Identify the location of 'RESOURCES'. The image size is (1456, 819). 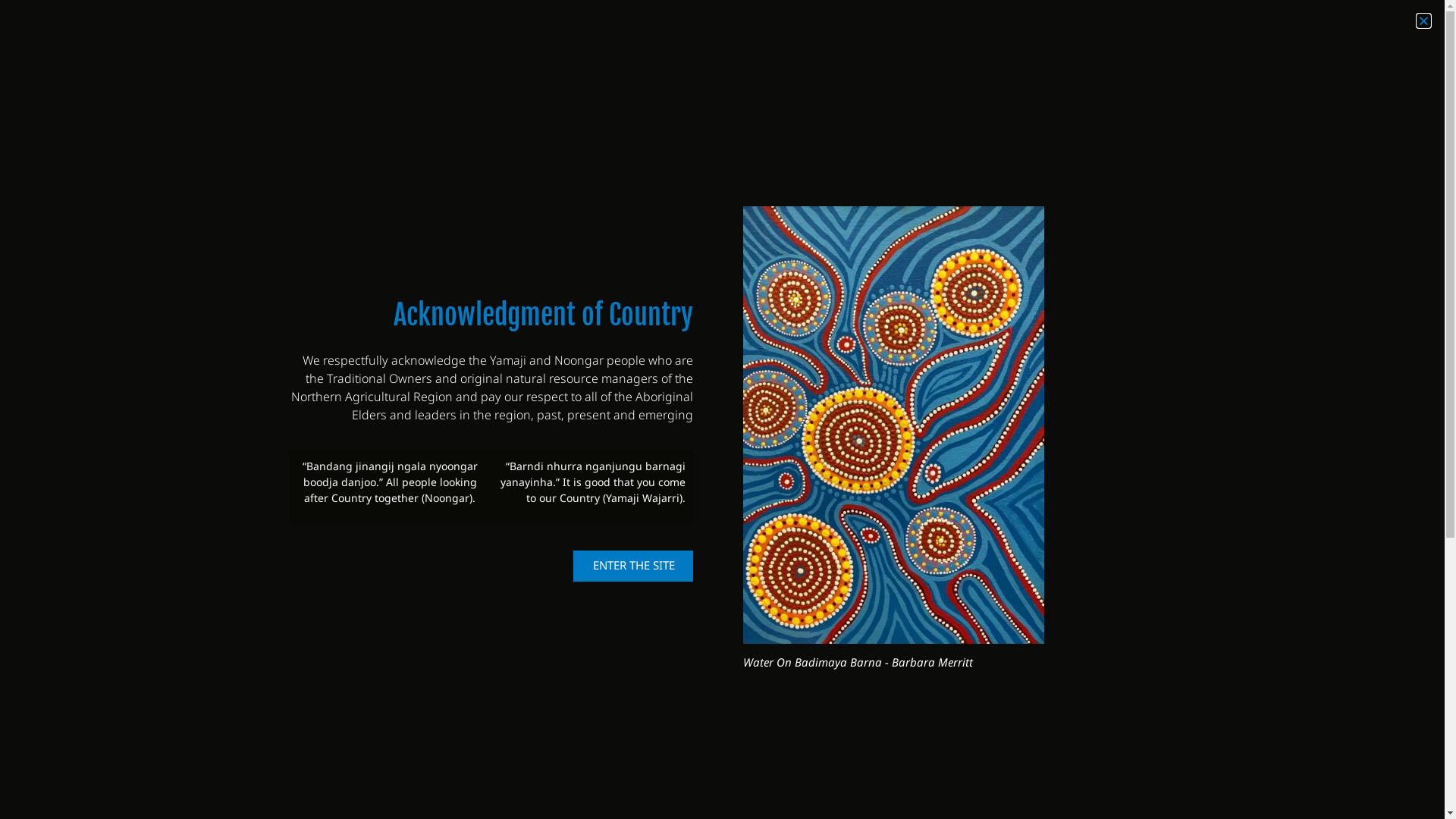
(1125, 78).